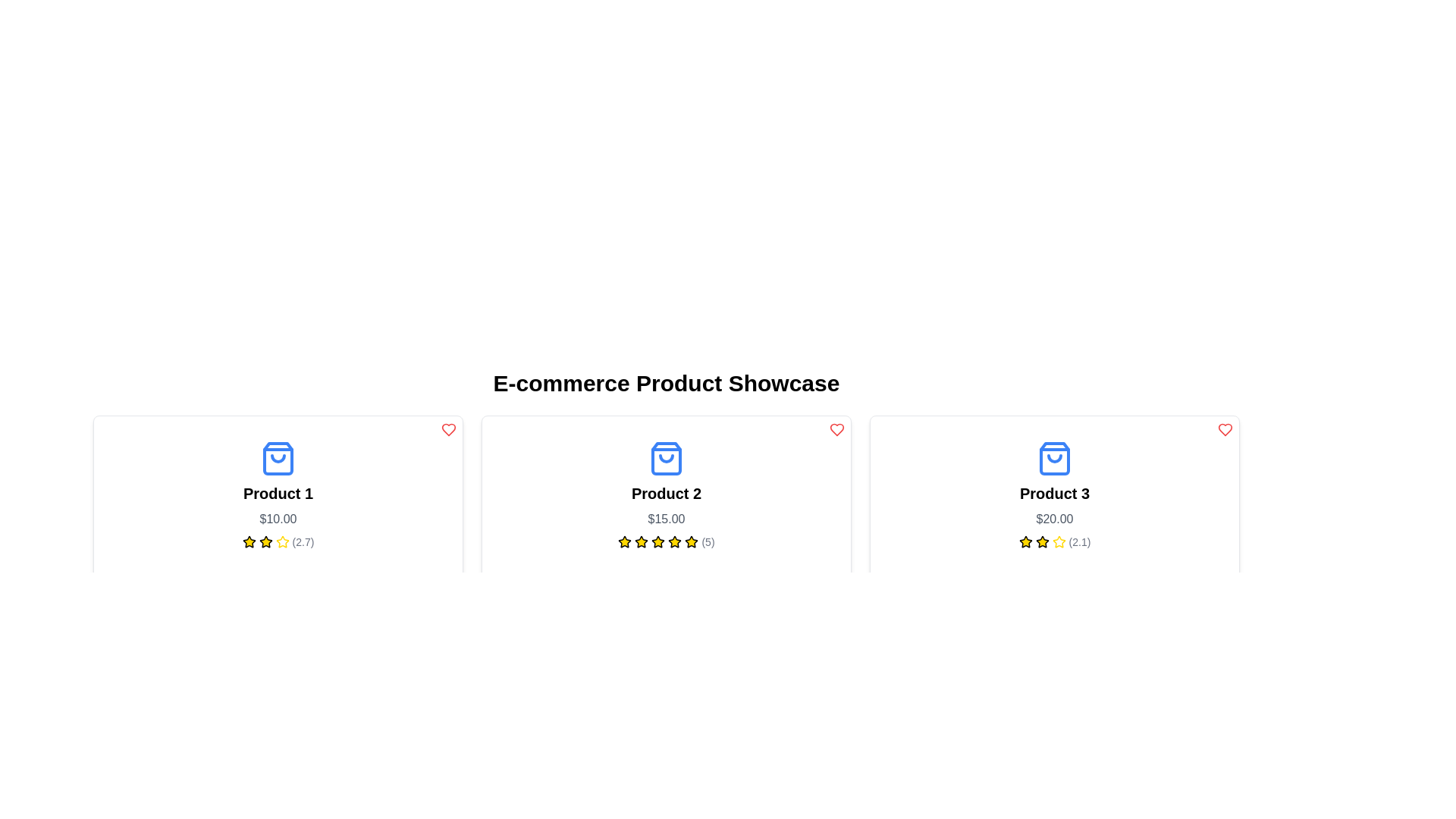 This screenshot has width=1456, height=819. What do you see at coordinates (1054, 519) in the screenshot?
I see `the text label displaying the price '$20.00' located in the third product card, positioned below 'Product 3' and above the star rating indicator` at bounding box center [1054, 519].